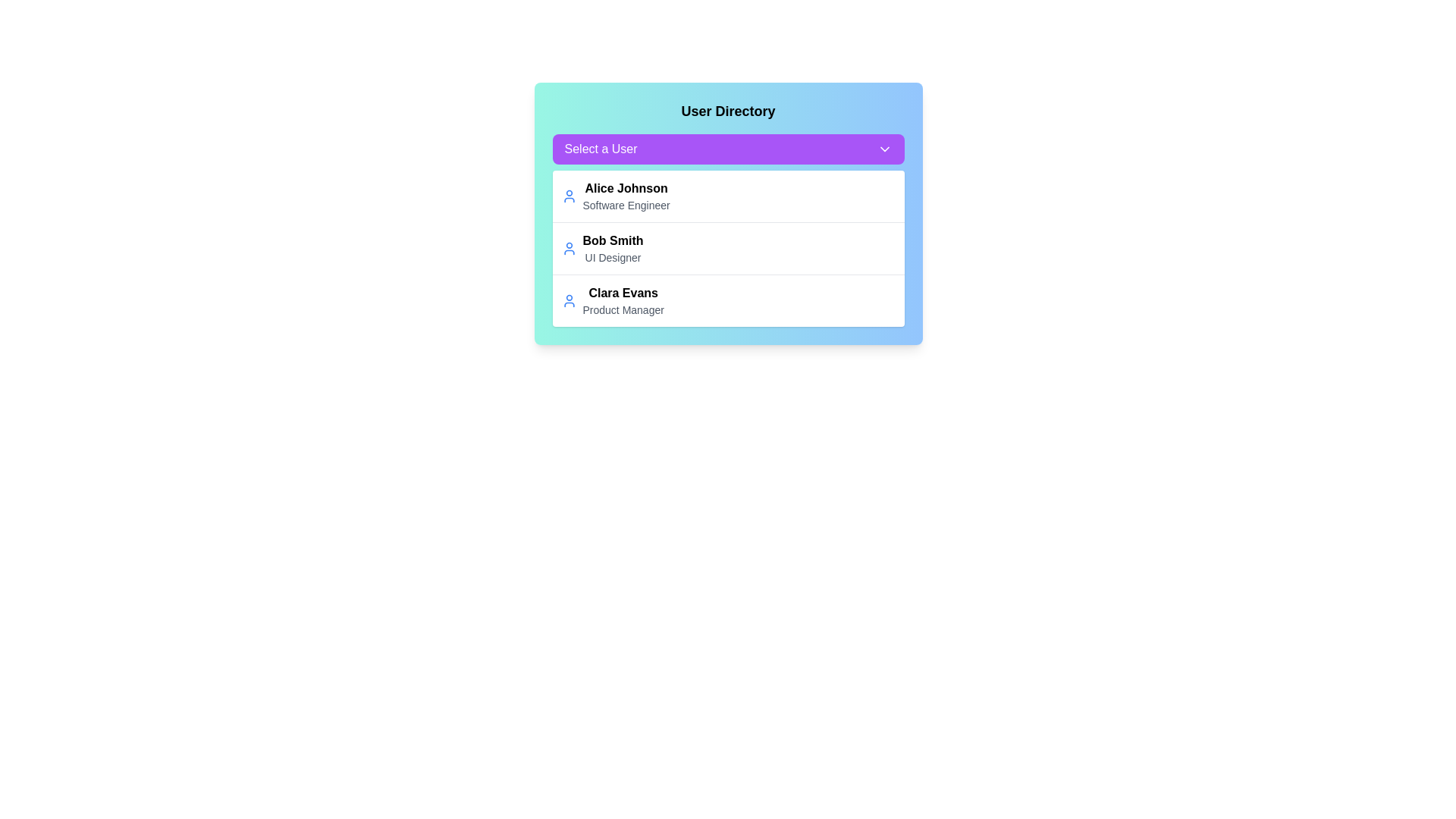 This screenshot has height=819, width=1456. Describe the element at coordinates (568, 301) in the screenshot. I see `the user avatar icon for 'Clara Evans' located at the leftmost part of her row in the user directory interface` at that location.